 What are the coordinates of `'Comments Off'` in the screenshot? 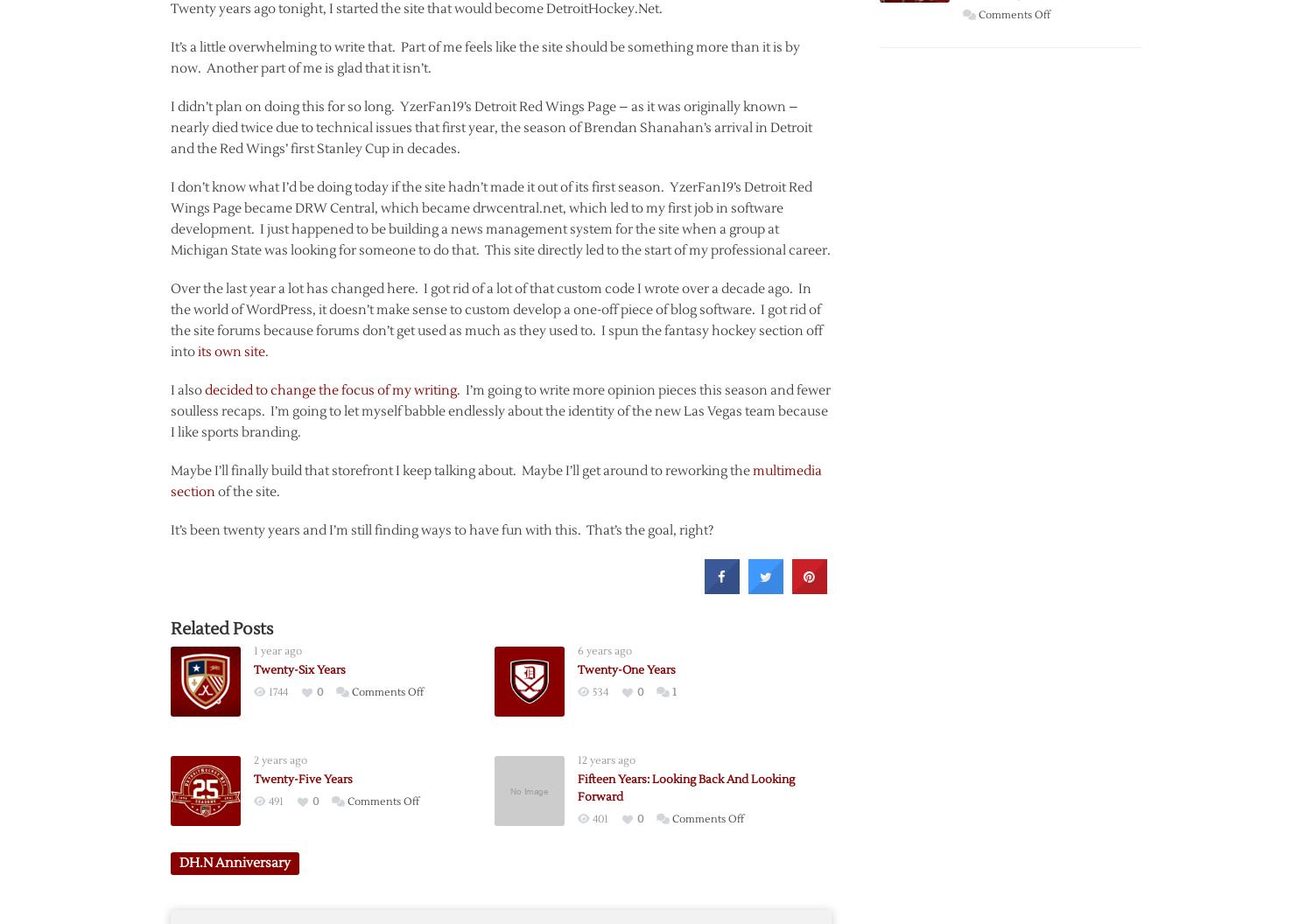 It's located at (1015, 15).